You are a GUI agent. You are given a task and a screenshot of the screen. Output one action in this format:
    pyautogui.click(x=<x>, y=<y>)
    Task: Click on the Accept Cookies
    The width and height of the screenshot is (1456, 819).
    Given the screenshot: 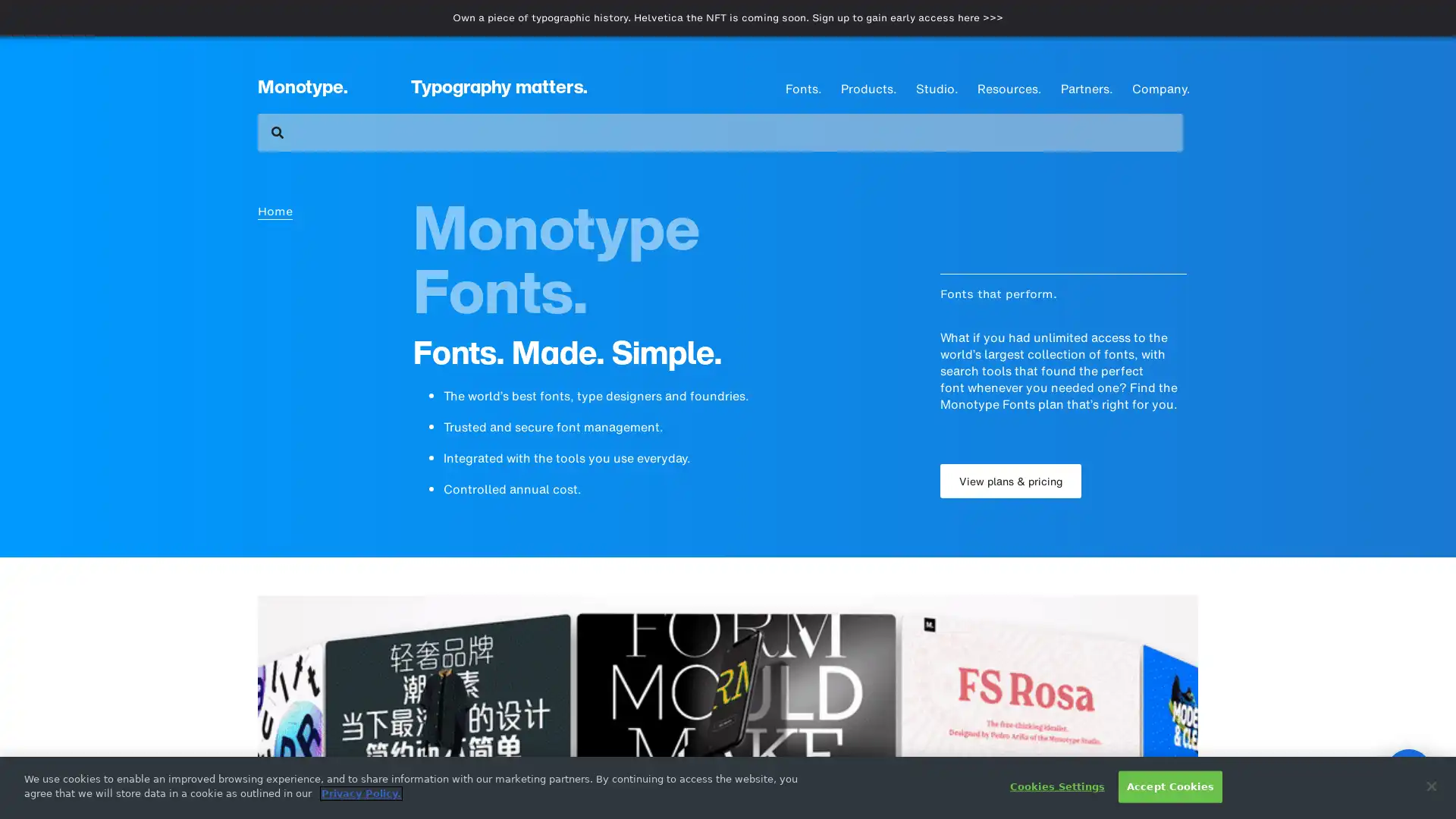 What is the action you would take?
    pyautogui.click(x=1169, y=786)
    